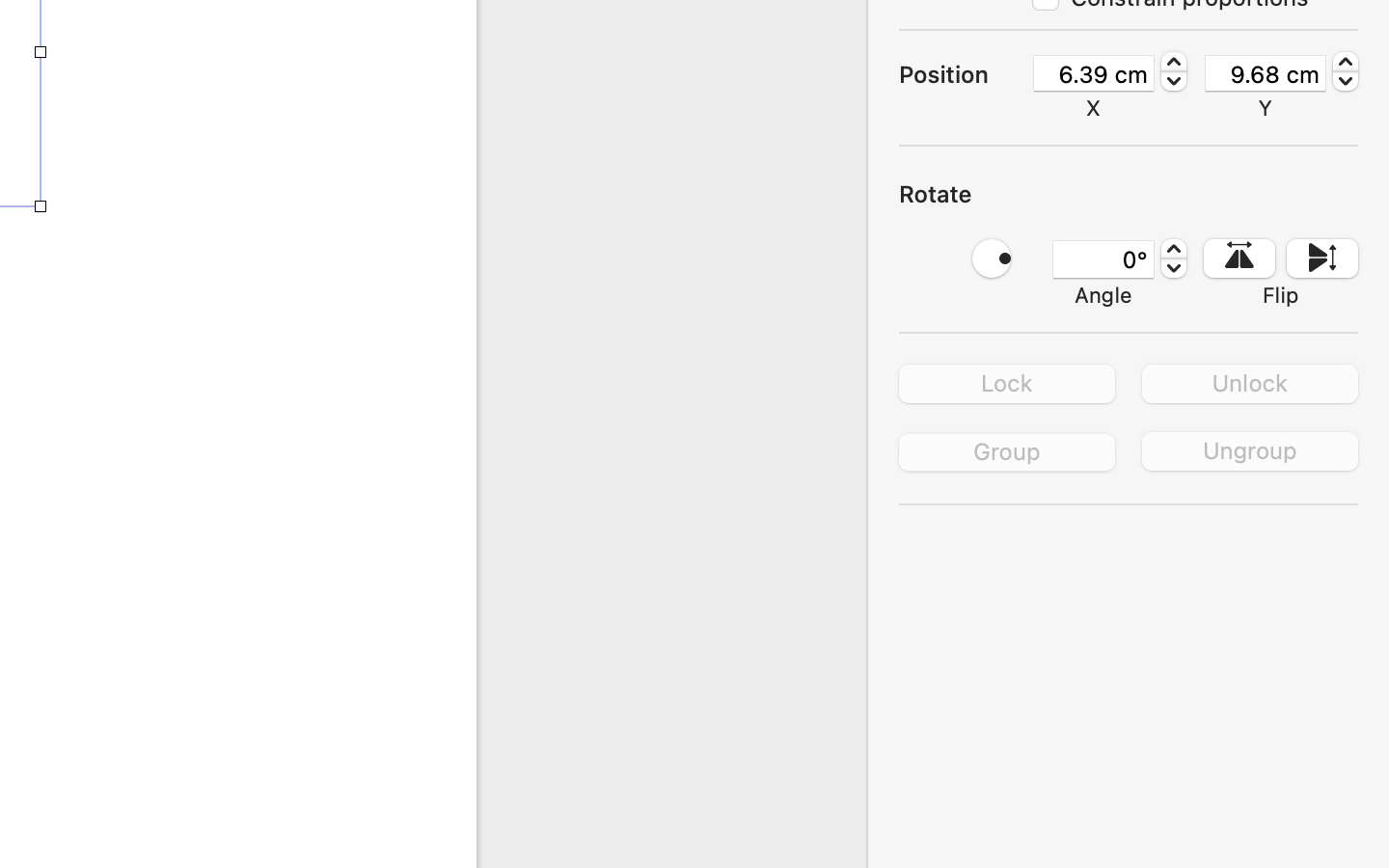 The height and width of the screenshot is (868, 1389). What do you see at coordinates (1093, 71) in the screenshot?
I see `'6.39 cm'` at bounding box center [1093, 71].